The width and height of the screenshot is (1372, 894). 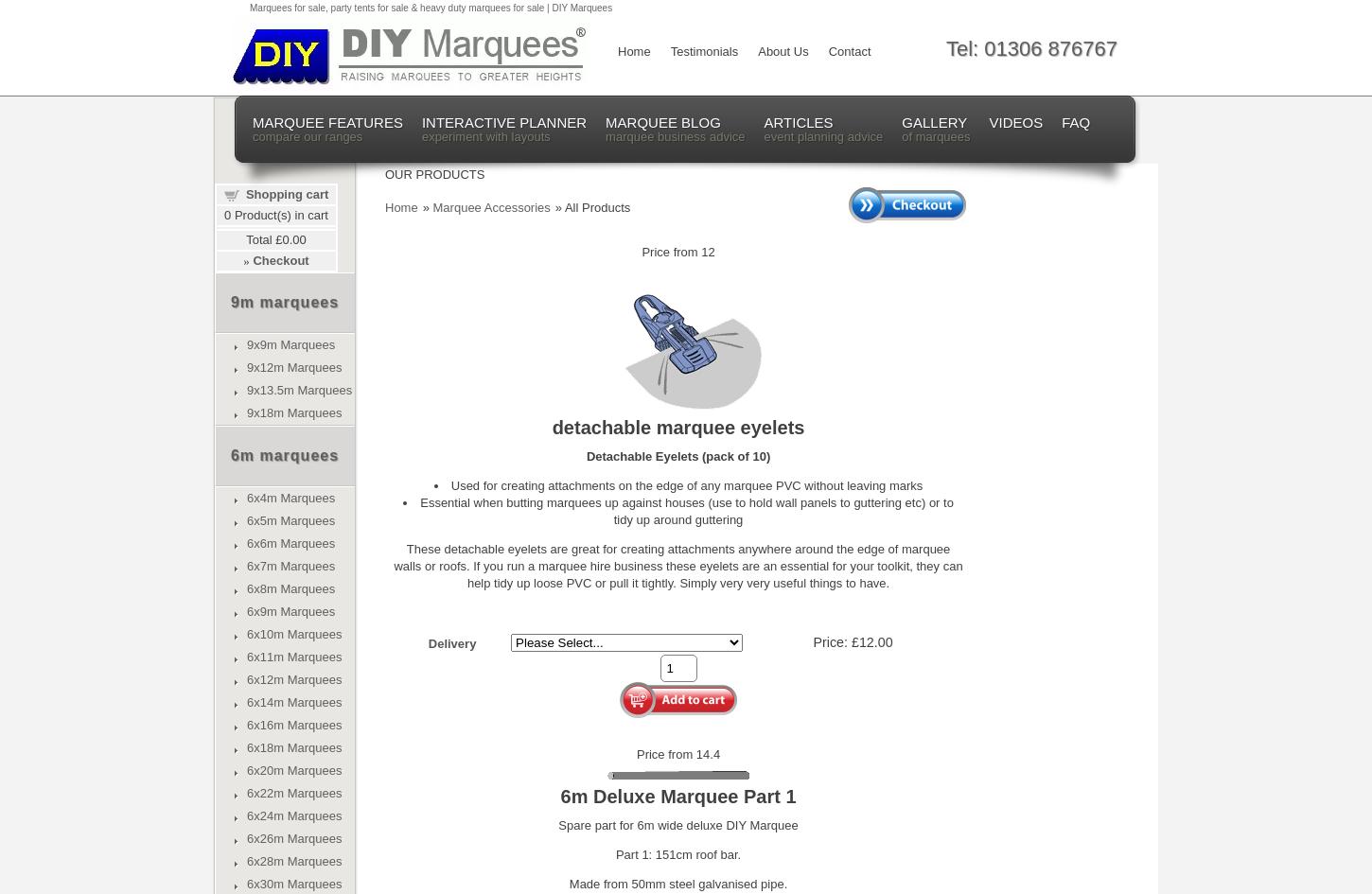 I want to click on '6x7m Marquees', so click(x=290, y=566).